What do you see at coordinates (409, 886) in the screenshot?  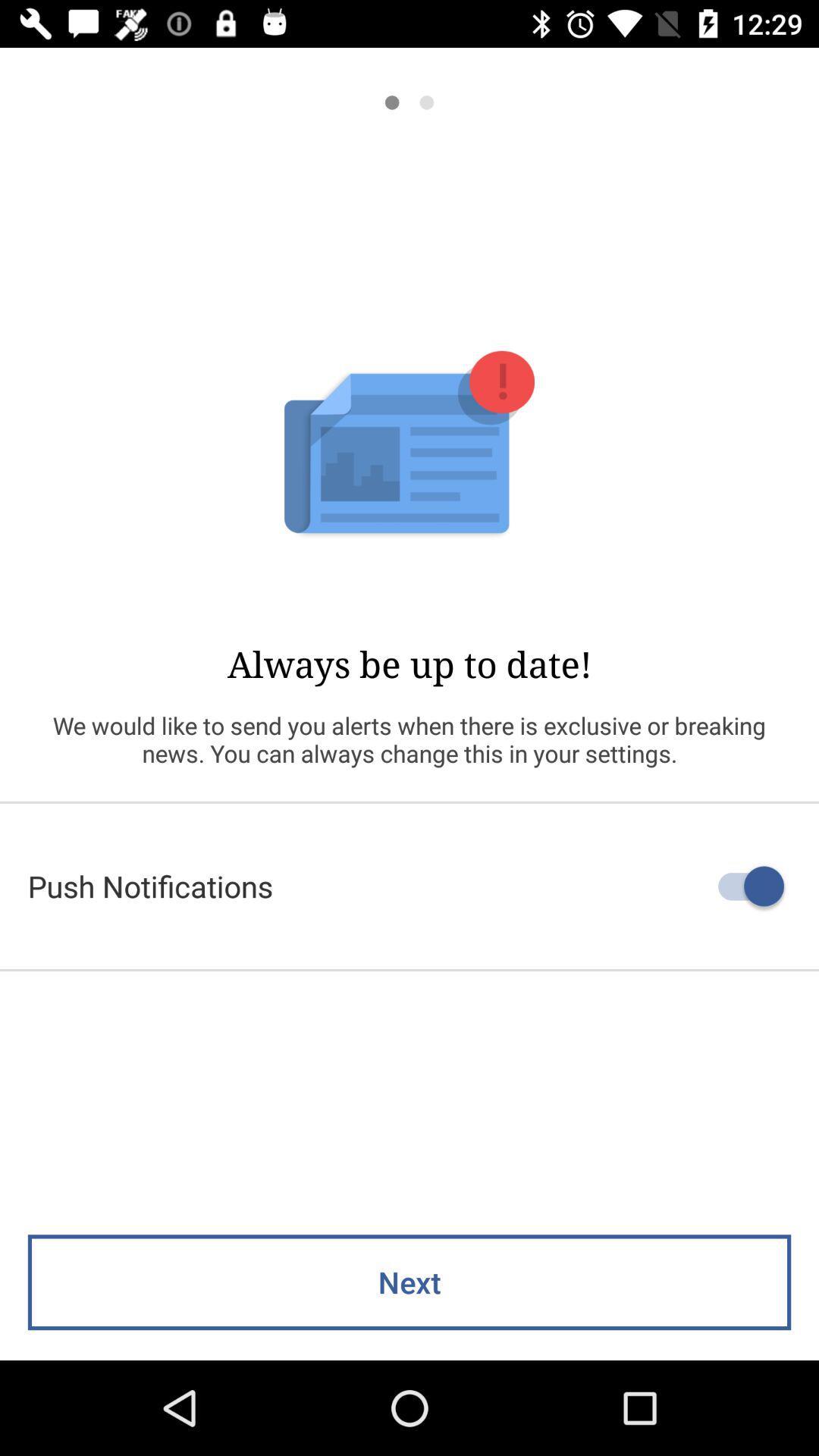 I see `the push notifications icon` at bounding box center [409, 886].